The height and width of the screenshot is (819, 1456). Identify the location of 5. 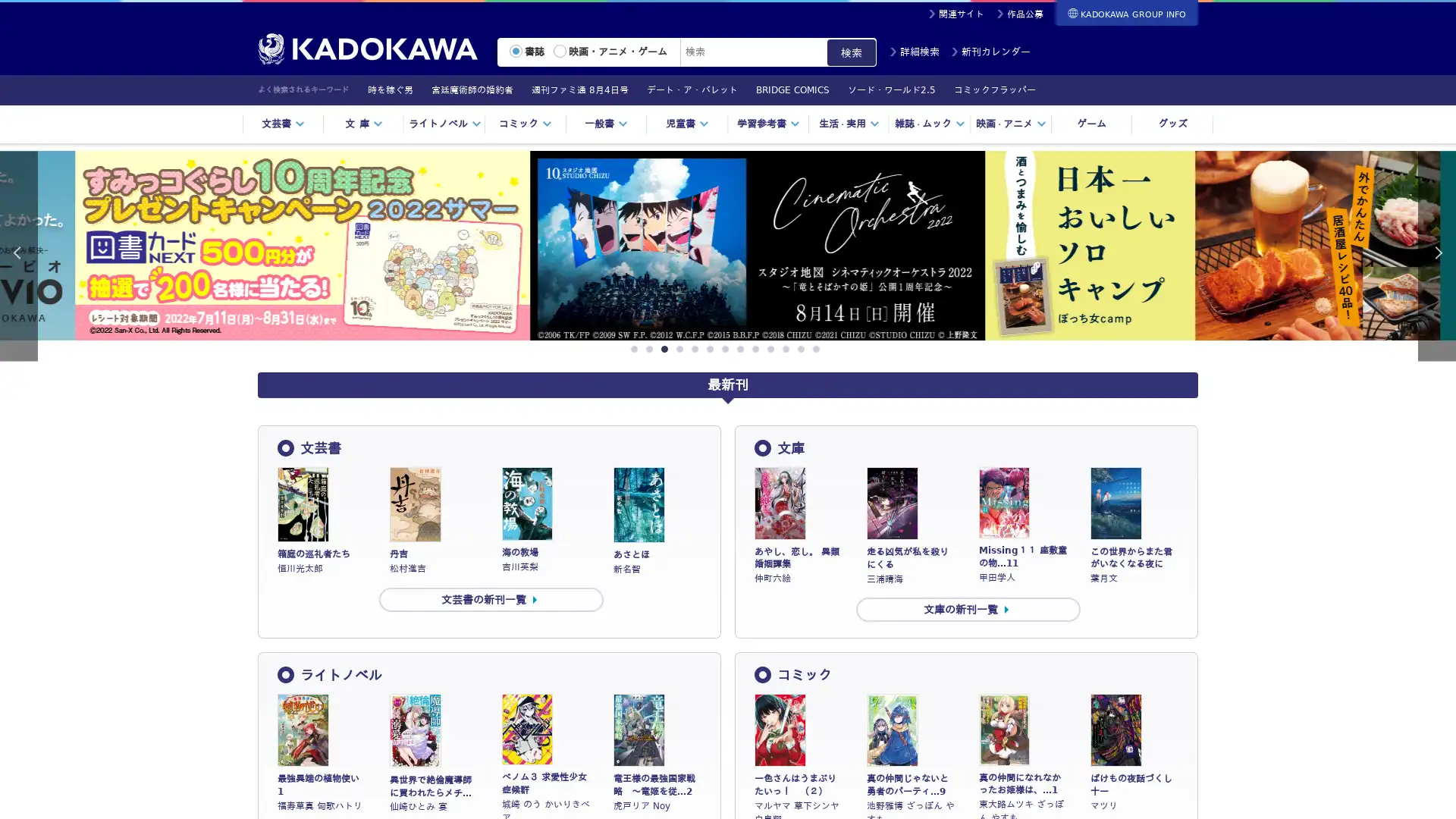
(697, 350).